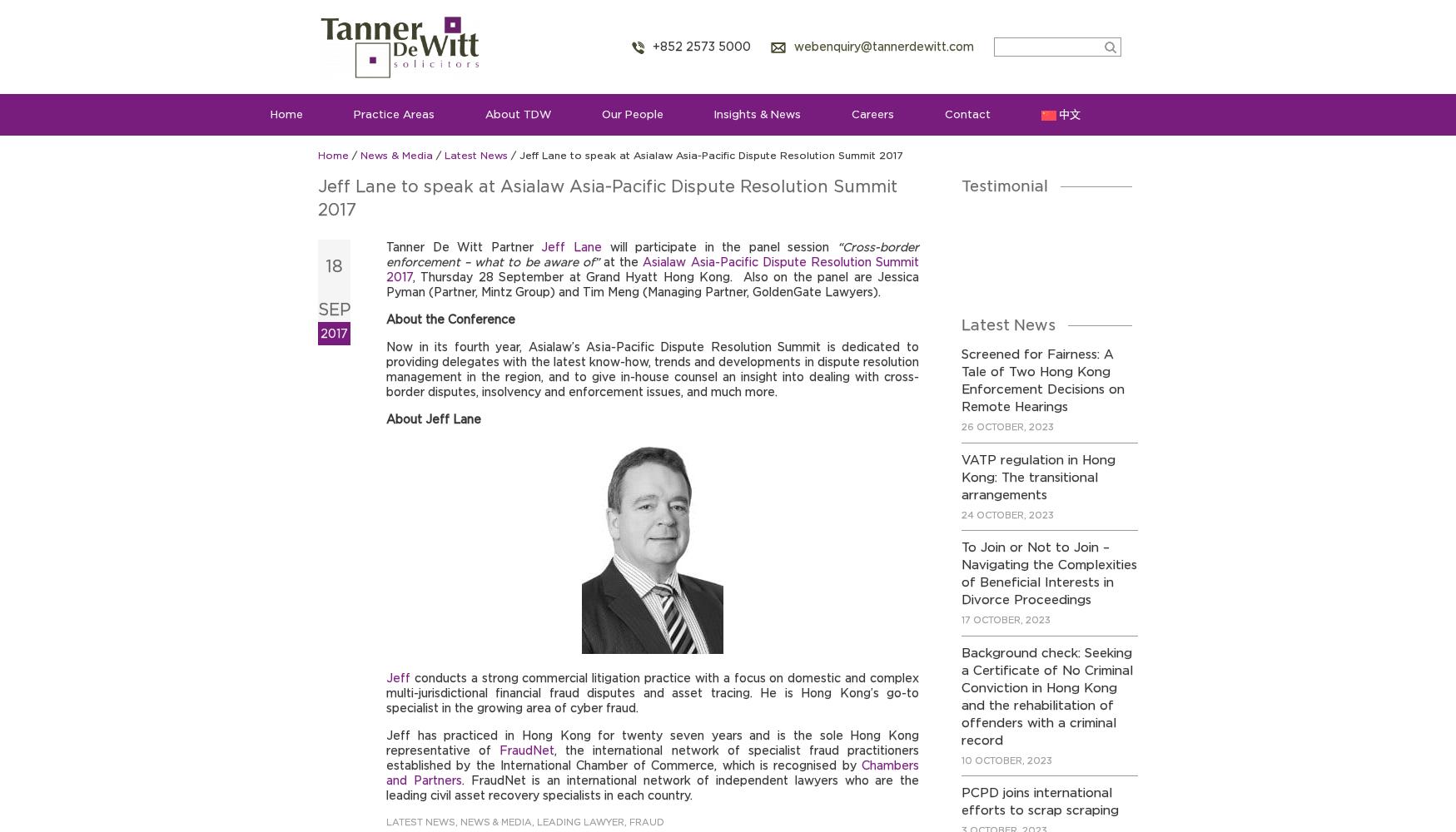 Image resolution: width=1456 pixels, height=832 pixels. I want to click on 'Tanner De Witt is the best in the field of restructuring and insolvency.', so click(1047, 252).